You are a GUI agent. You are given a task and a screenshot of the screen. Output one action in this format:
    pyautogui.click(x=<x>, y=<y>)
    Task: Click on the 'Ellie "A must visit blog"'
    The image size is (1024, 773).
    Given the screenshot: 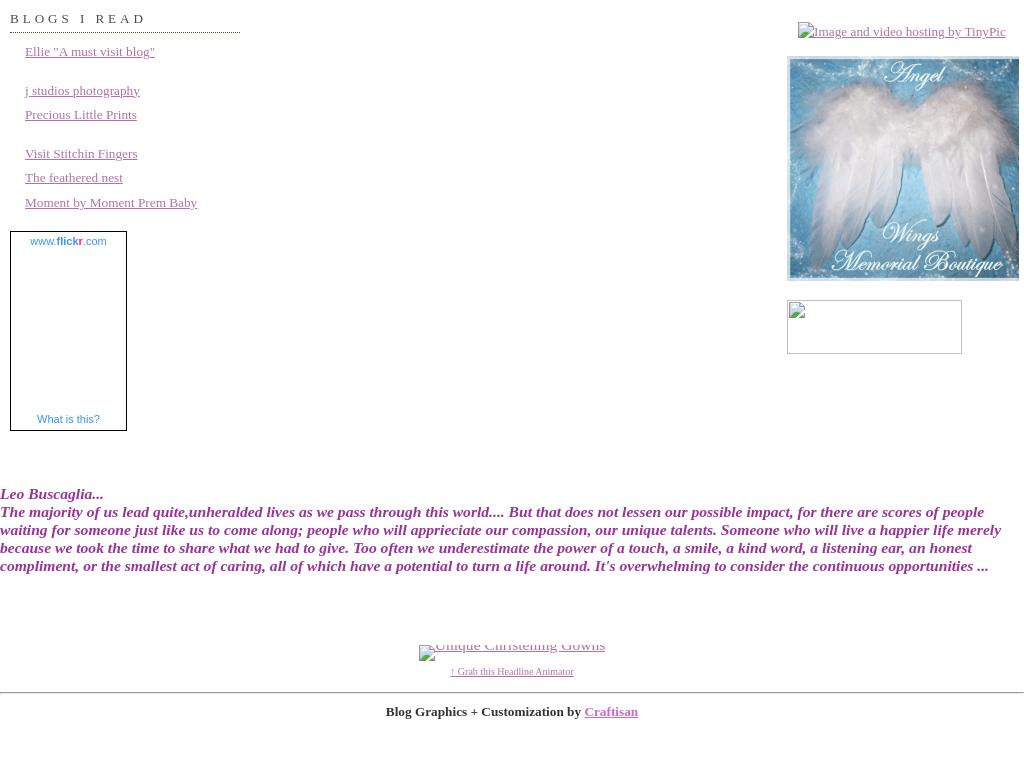 What is the action you would take?
    pyautogui.click(x=90, y=50)
    